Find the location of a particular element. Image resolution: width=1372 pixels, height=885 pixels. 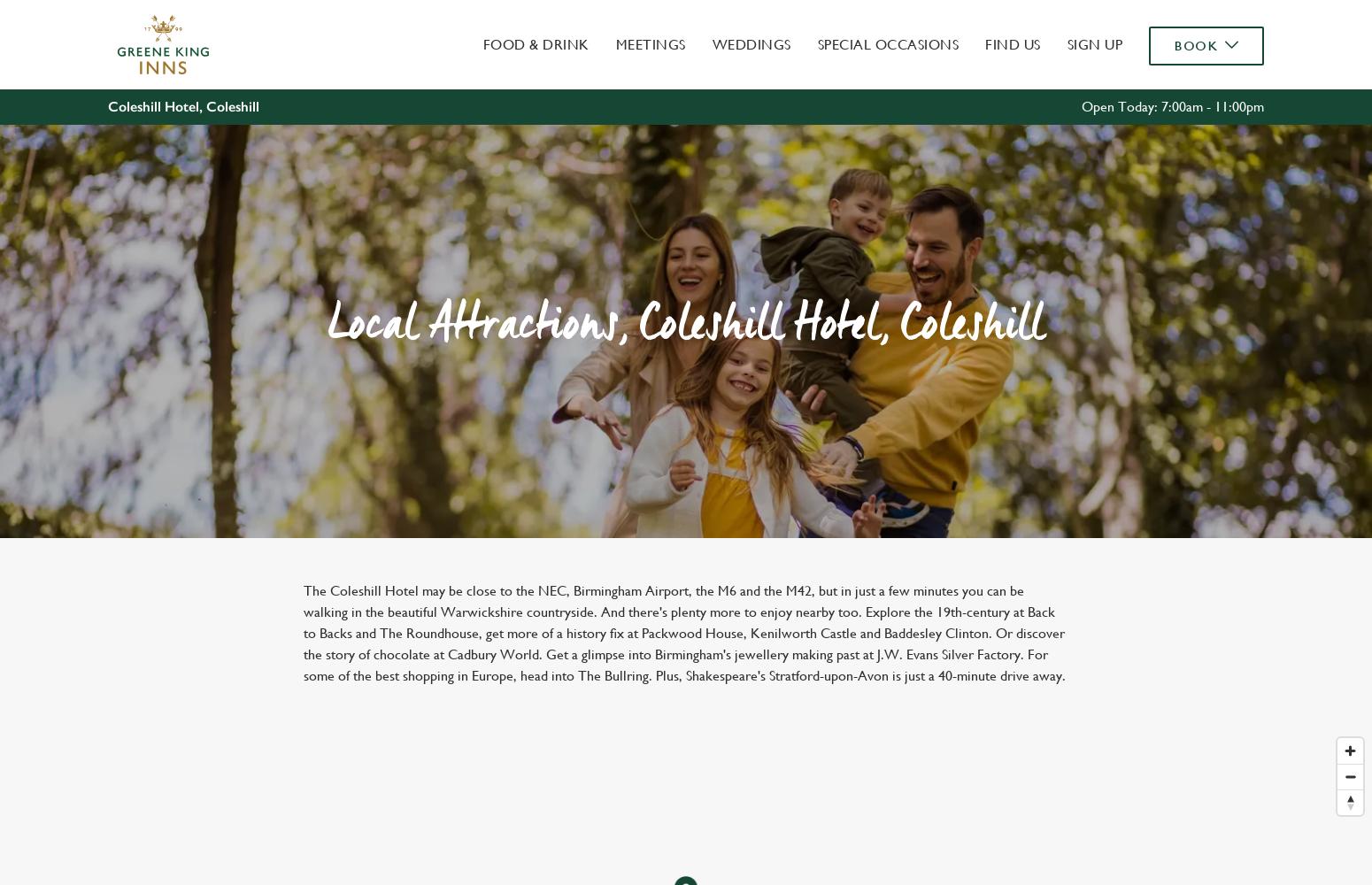

'Statistics' is located at coordinates (569, 162).